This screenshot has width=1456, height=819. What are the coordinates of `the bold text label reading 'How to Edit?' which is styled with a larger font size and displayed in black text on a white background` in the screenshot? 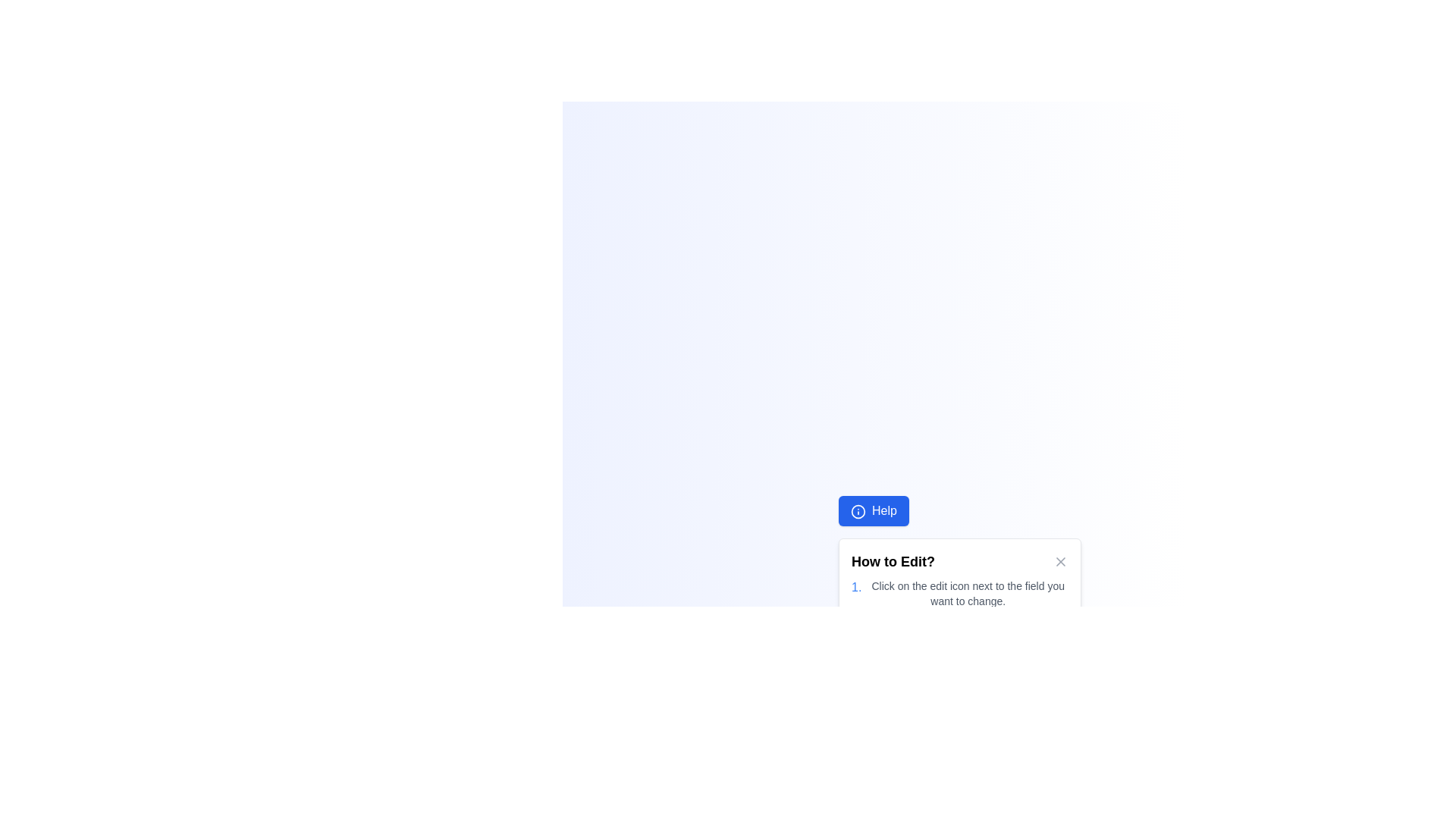 It's located at (893, 561).